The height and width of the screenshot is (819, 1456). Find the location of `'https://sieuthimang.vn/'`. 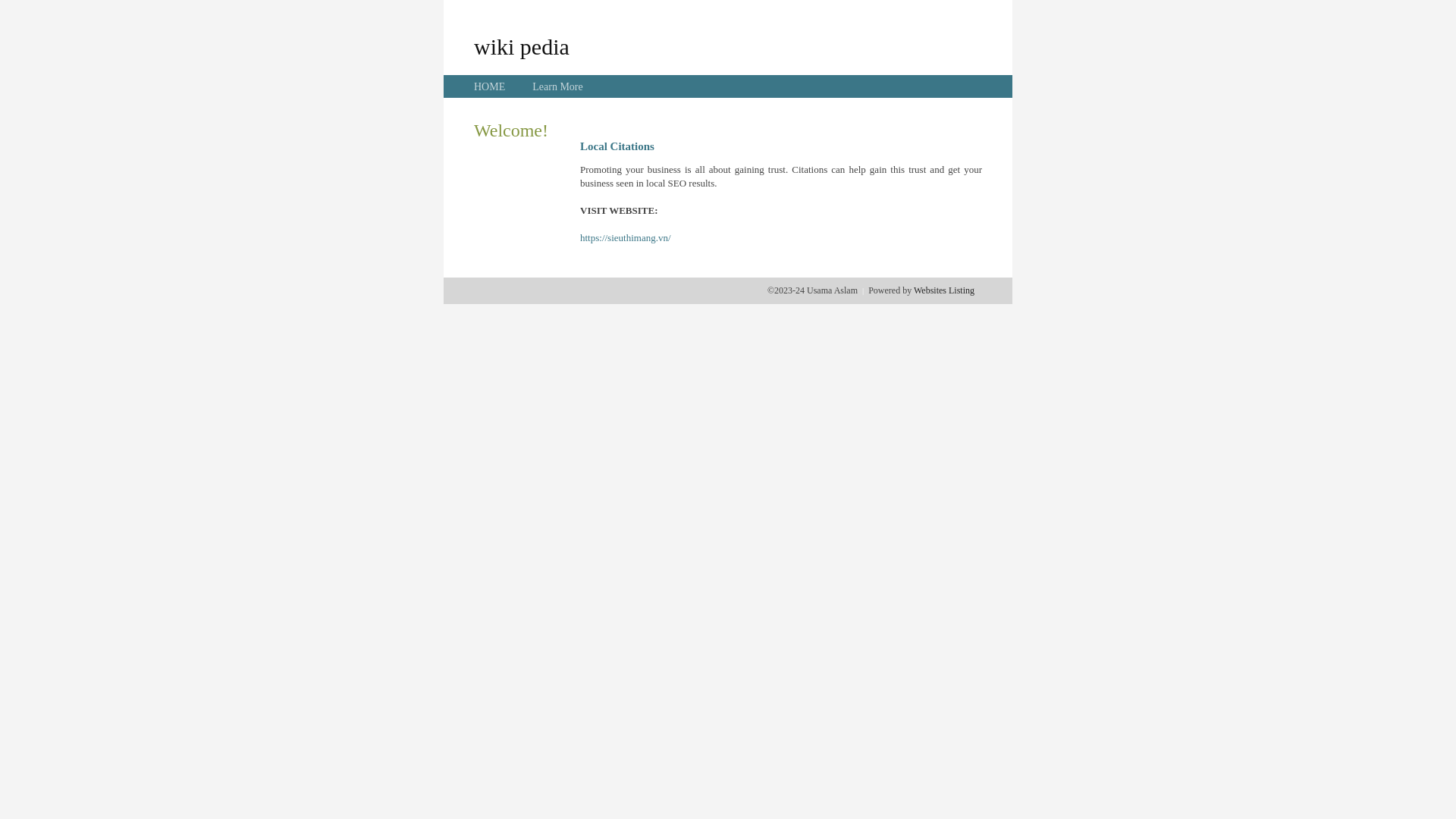

'https://sieuthimang.vn/' is located at coordinates (626, 237).